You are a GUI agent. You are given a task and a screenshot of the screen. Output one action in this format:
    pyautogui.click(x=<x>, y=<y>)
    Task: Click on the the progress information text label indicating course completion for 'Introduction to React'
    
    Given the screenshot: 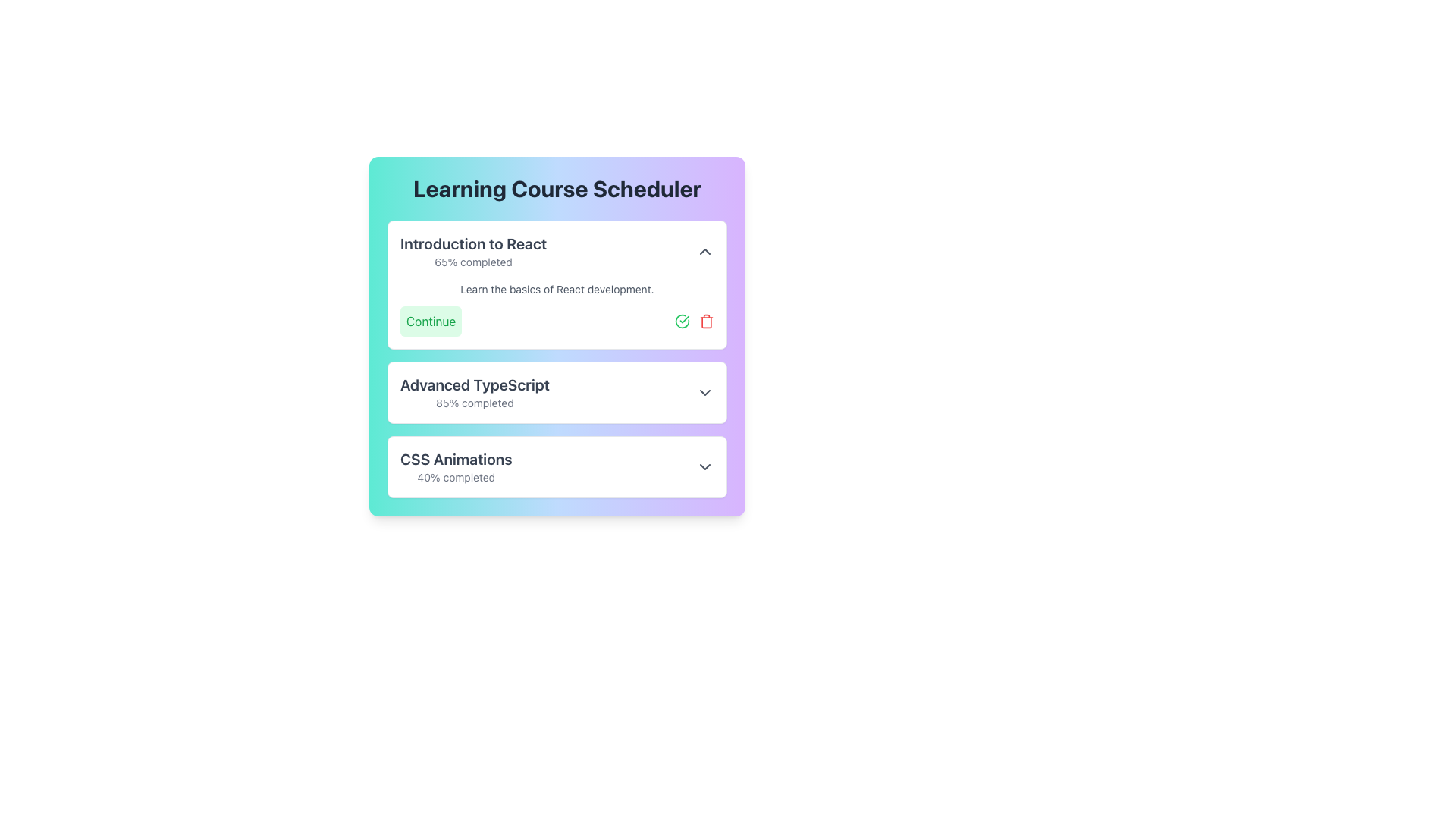 What is the action you would take?
    pyautogui.click(x=472, y=262)
    